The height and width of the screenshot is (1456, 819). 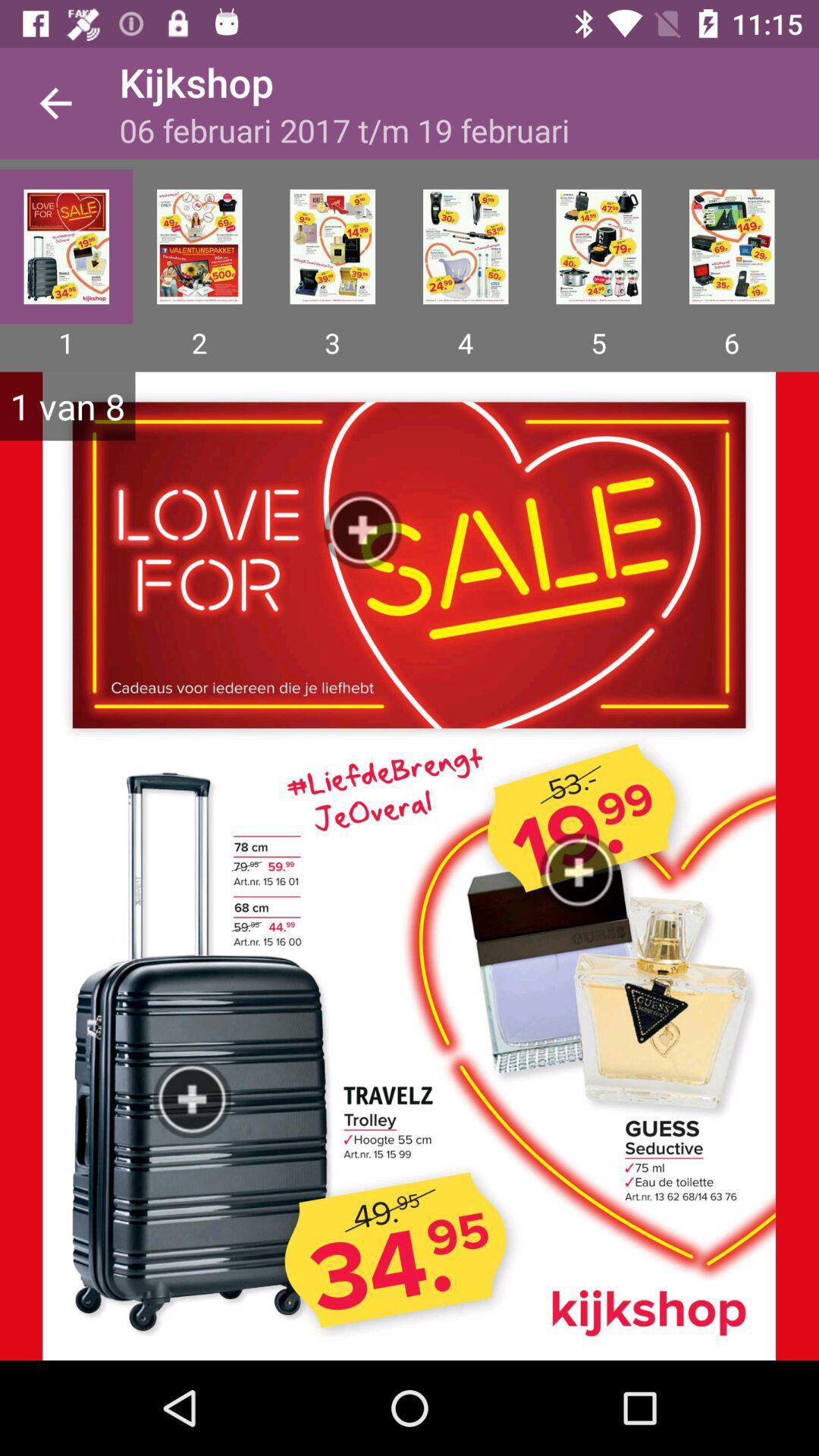 What do you see at coordinates (65, 246) in the screenshot?
I see `the icon above the 1 app` at bounding box center [65, 246].